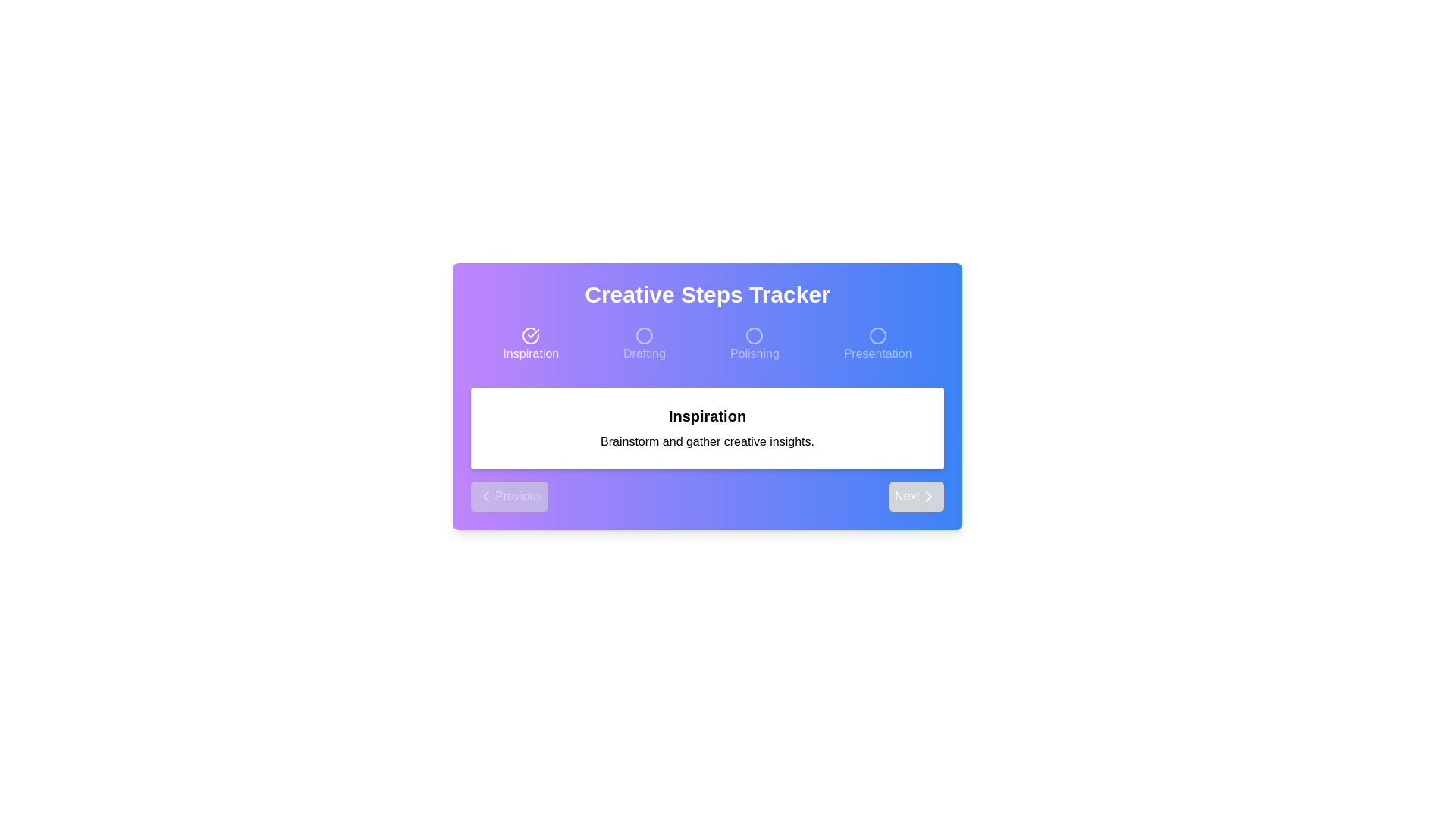 The width and height of the screenshot is (1456, 819). Describe the element at coordinates (877, 345) in the screenshot. I see `the step Presentation in the progress tracker` at that location.